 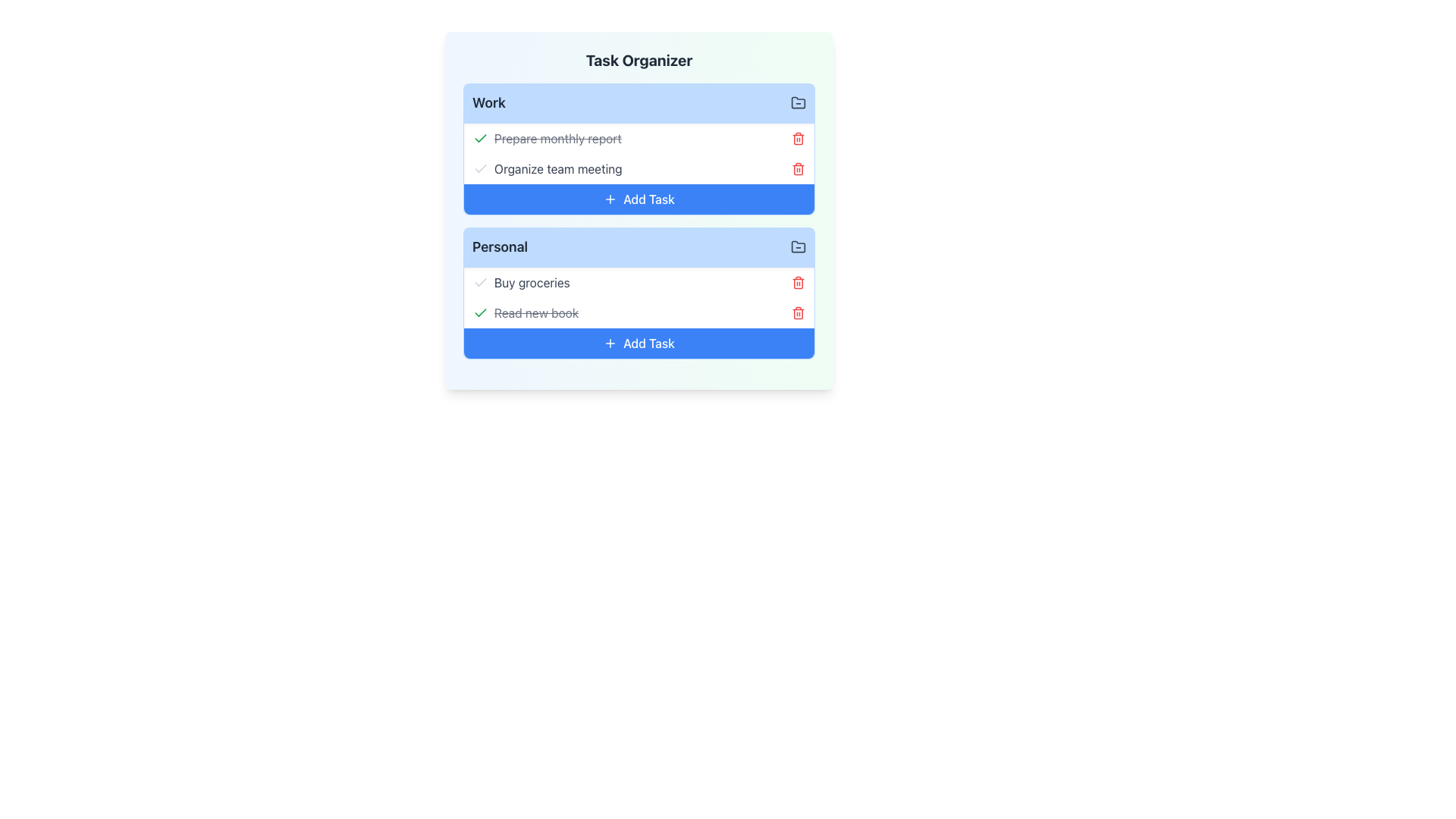 I want to click on to reorder tasks in the 'Personal' section of the task organizer interface, identifiable by its light blue header, so click(x=639, y=293).